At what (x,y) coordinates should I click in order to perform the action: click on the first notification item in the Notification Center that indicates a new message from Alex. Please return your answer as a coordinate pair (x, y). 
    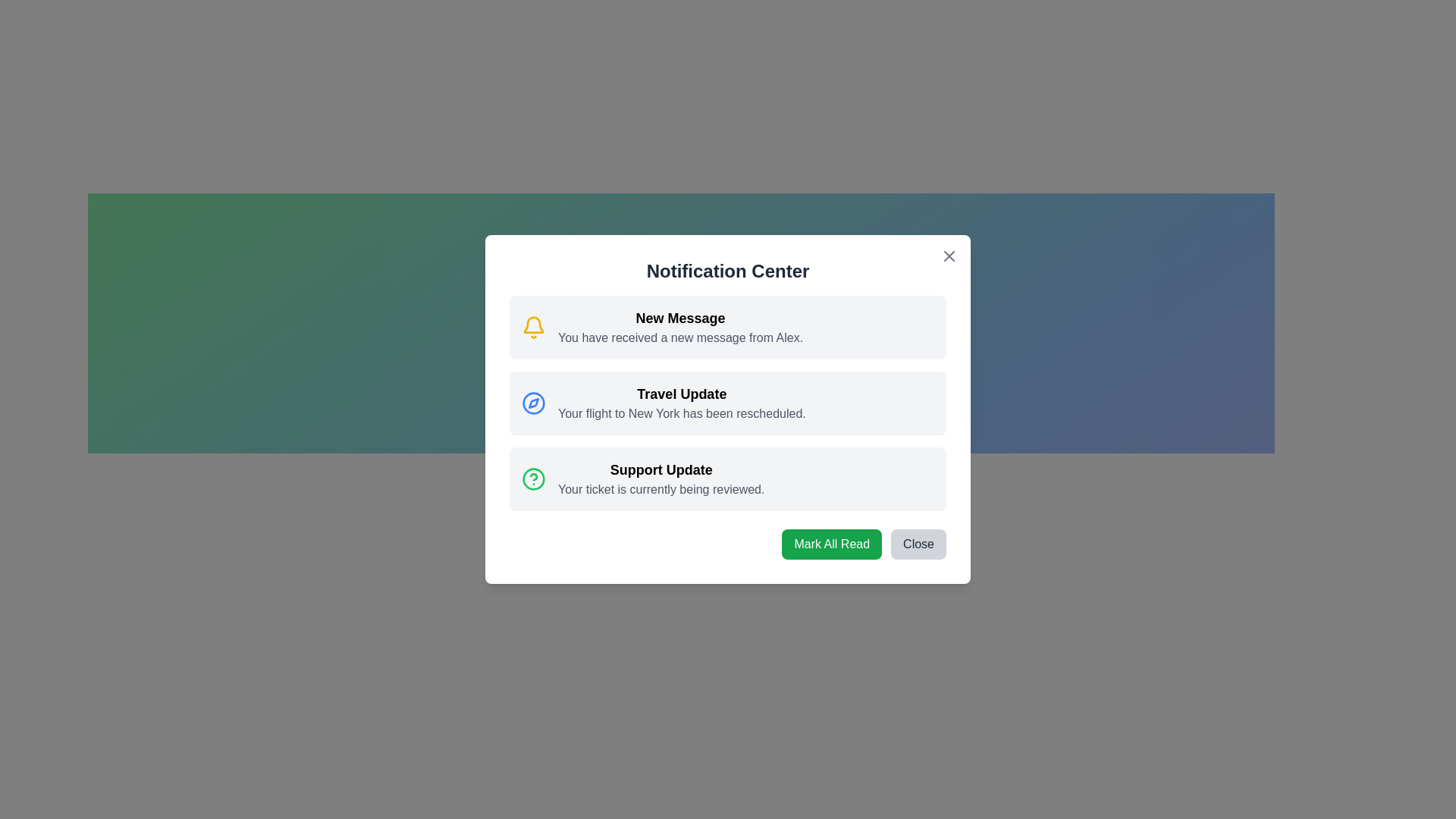
    Looking at the image, I should click on (679, 327).